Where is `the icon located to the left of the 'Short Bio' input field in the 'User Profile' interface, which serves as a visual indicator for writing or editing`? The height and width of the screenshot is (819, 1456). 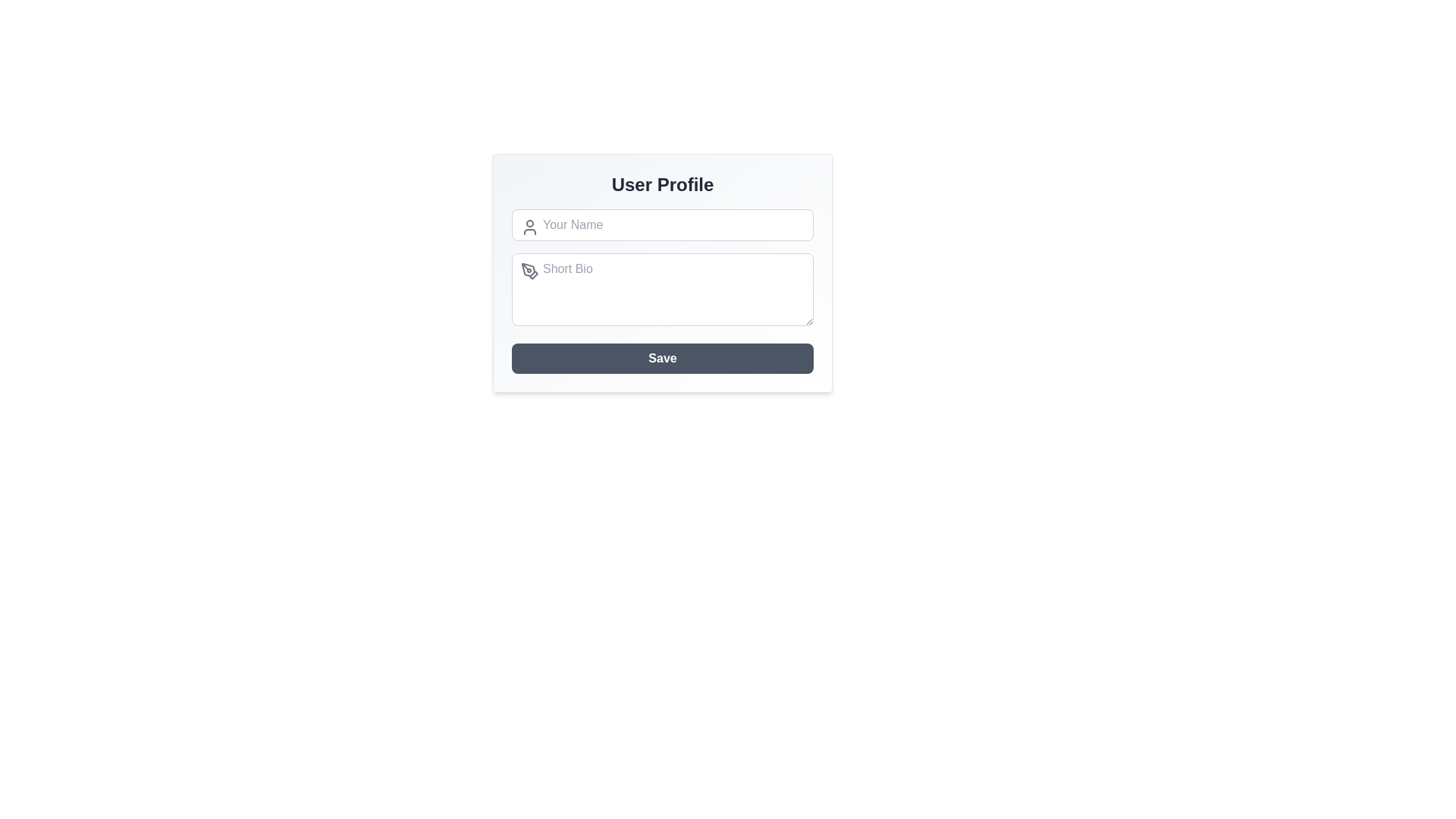
the icon located to the left of the 'Short Bio' input field in the 'User Profile' interface, which serves as a visual indicator for writing or editing is located at coordinates (530, 271).